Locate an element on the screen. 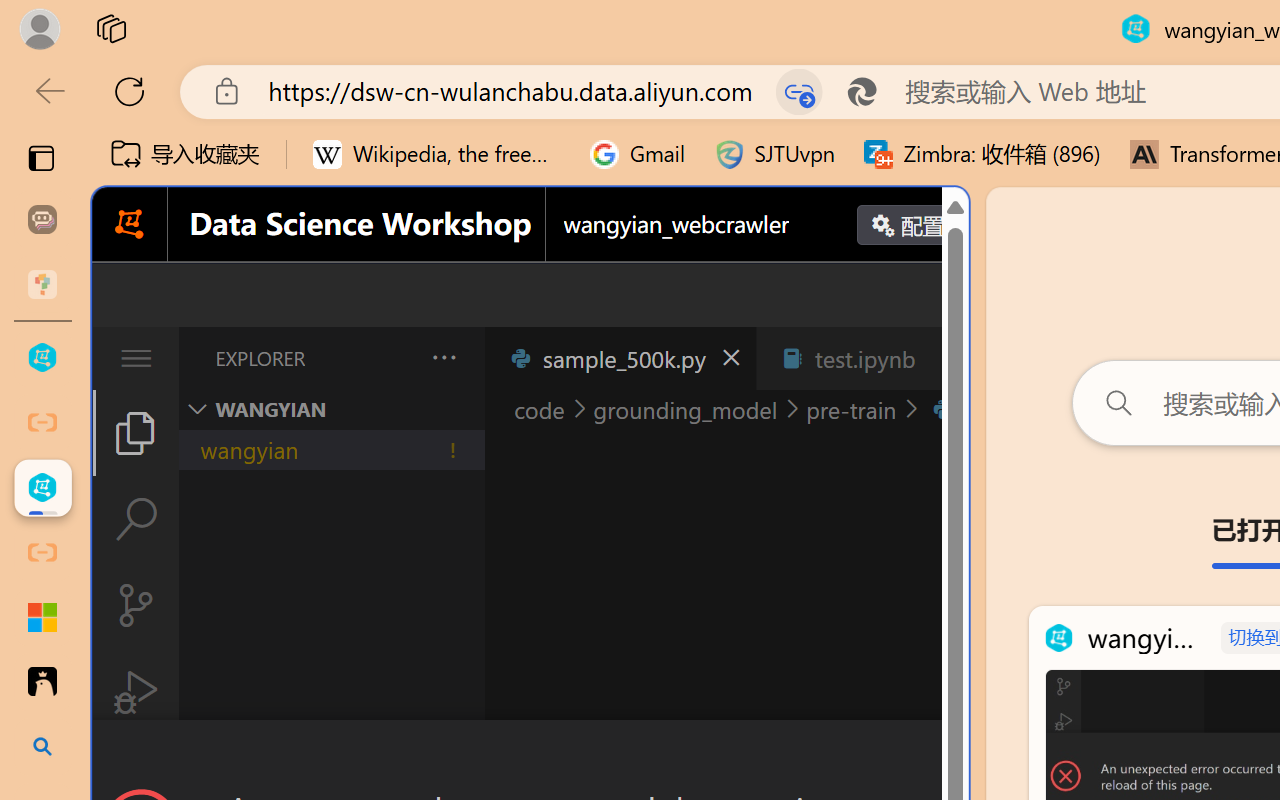 The width and height of the screenshot is (1280, 800). 'Source Control (Ctrl+Shift+G)' is located at coordinates (134, 605).